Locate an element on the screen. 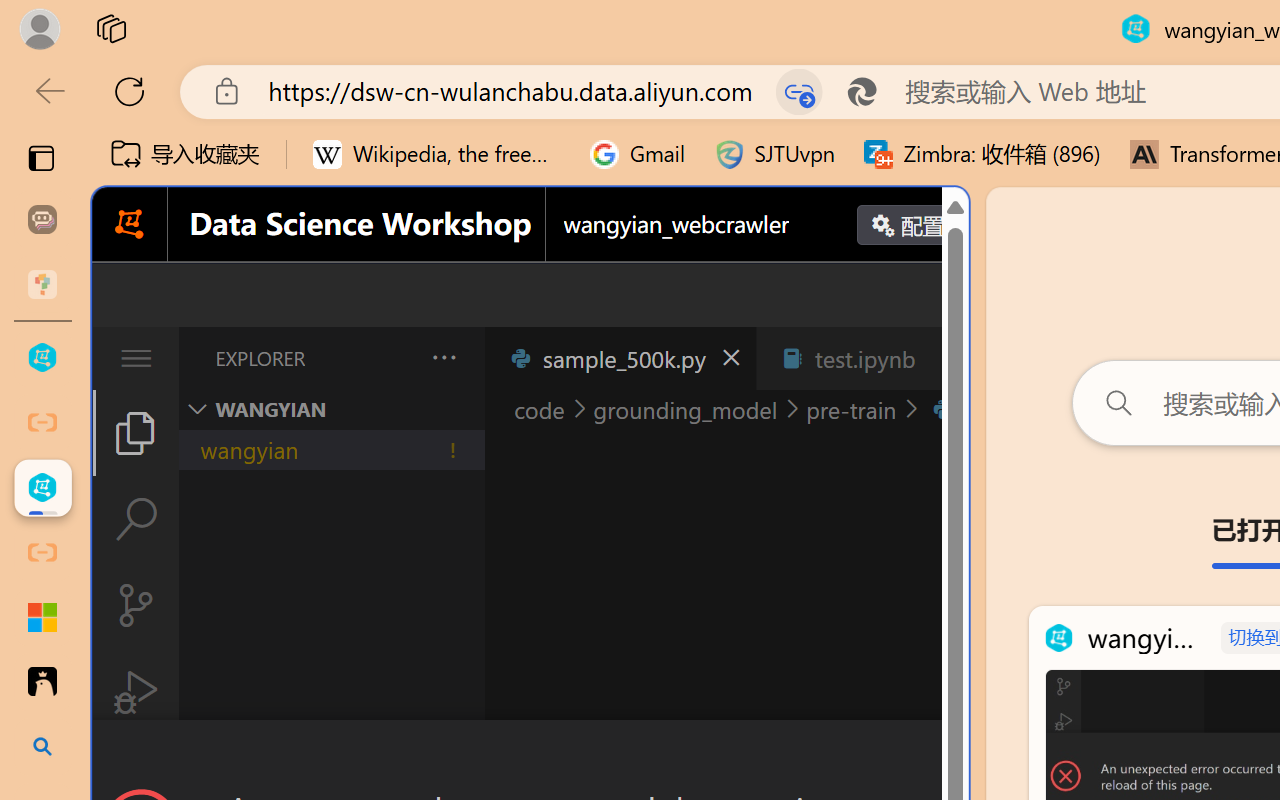 The width and height of the screenshot is (1280, 800). 'Source Control (Ctrl+Shift+G)' is located at coordinates (134, 605).